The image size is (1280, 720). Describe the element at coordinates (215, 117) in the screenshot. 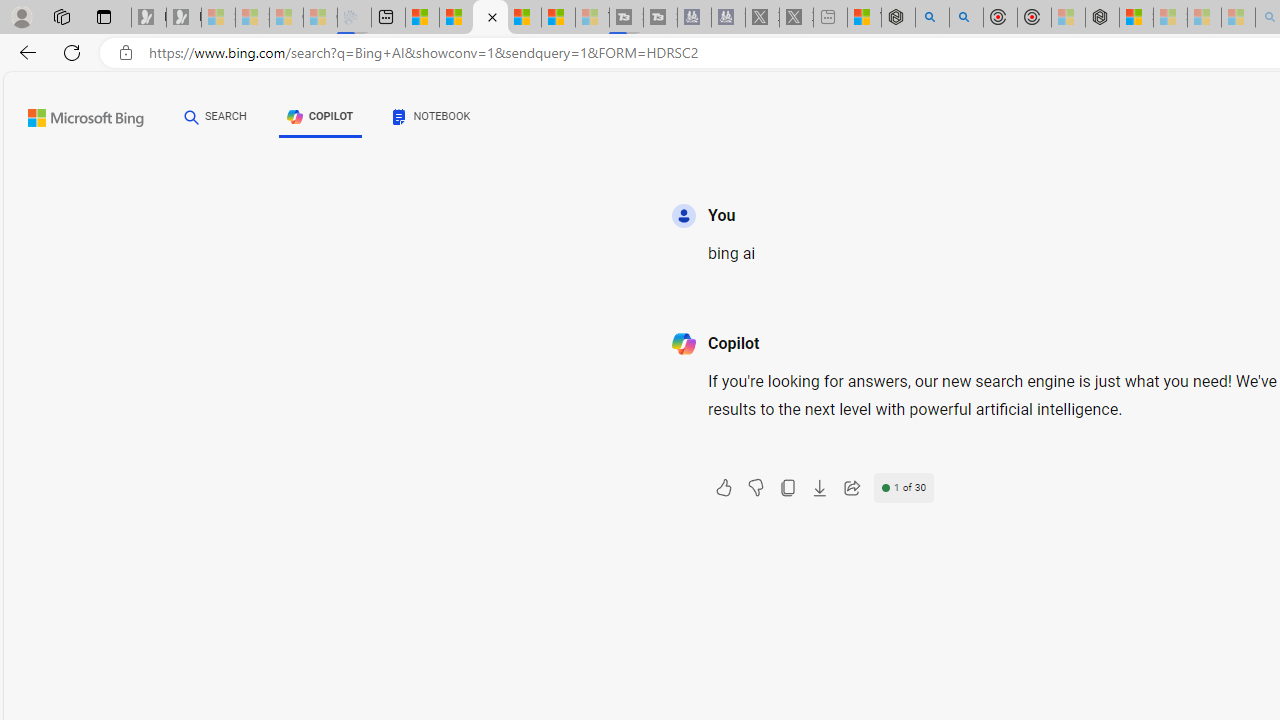

I see `'SEARCH'` at that location.